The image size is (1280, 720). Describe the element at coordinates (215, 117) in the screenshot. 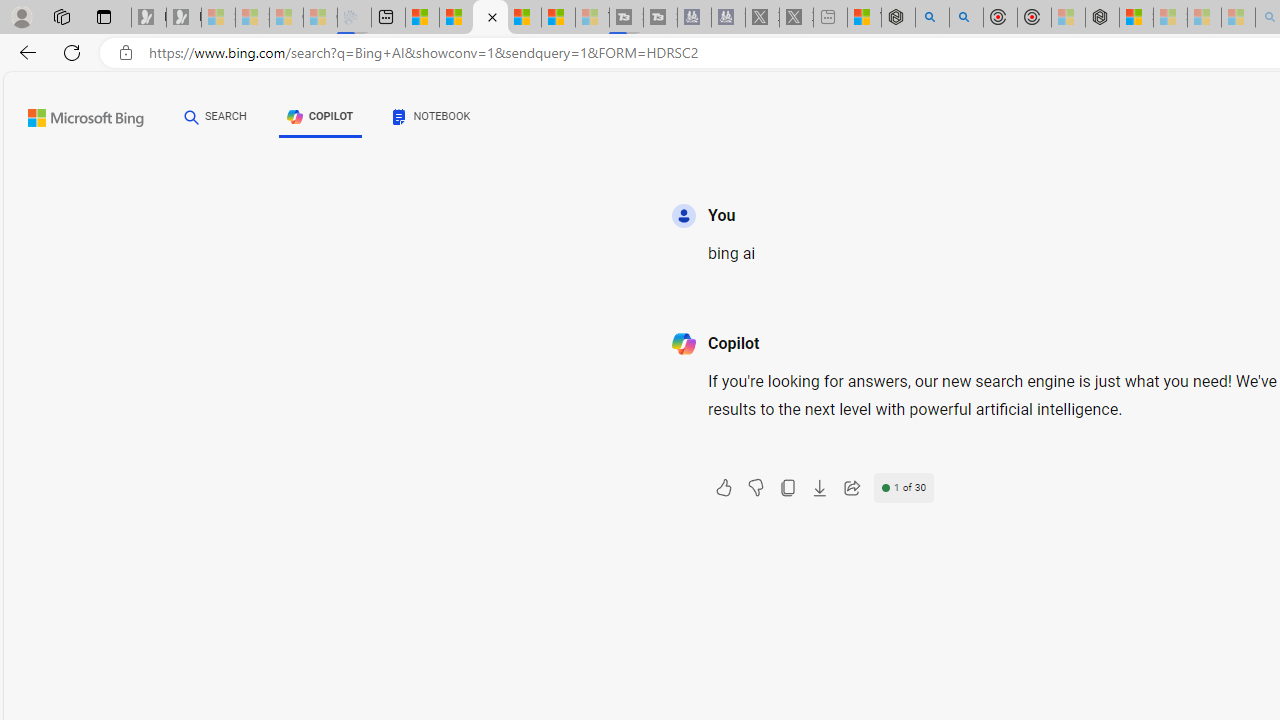

I see `'SEARCH'` at that location.